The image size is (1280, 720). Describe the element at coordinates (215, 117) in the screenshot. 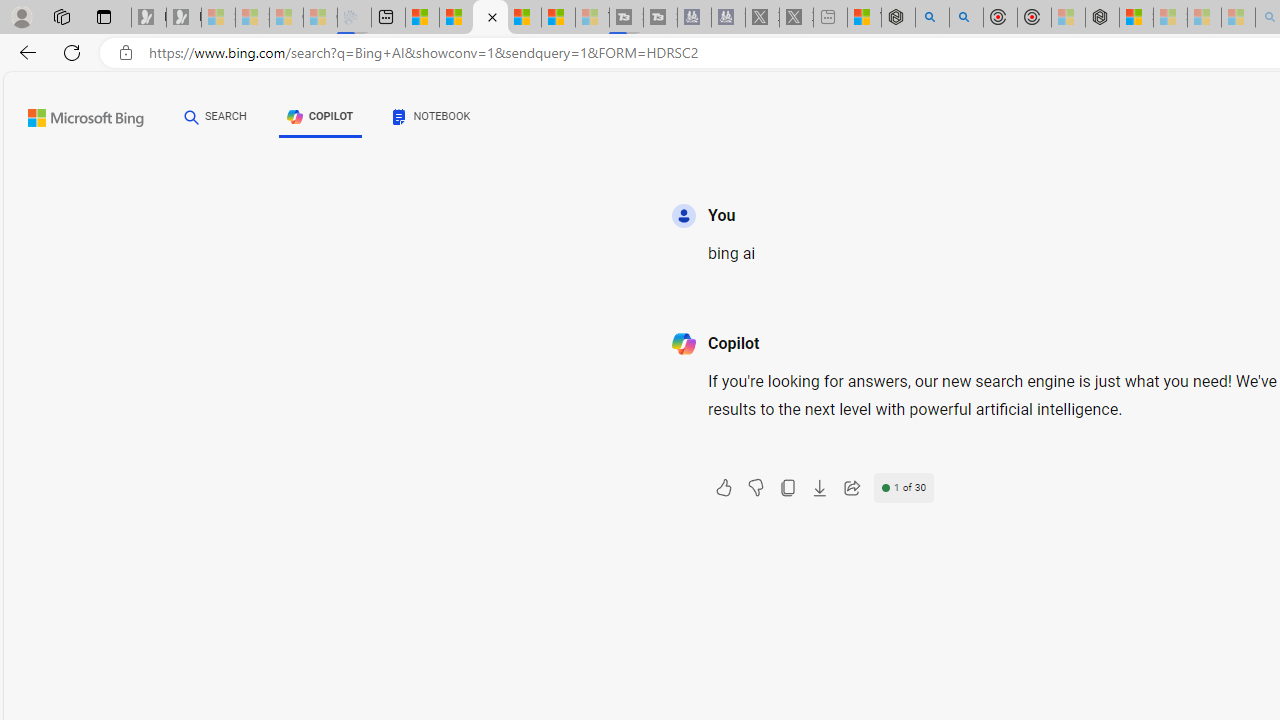

I see `'SEARCH'` at that location.